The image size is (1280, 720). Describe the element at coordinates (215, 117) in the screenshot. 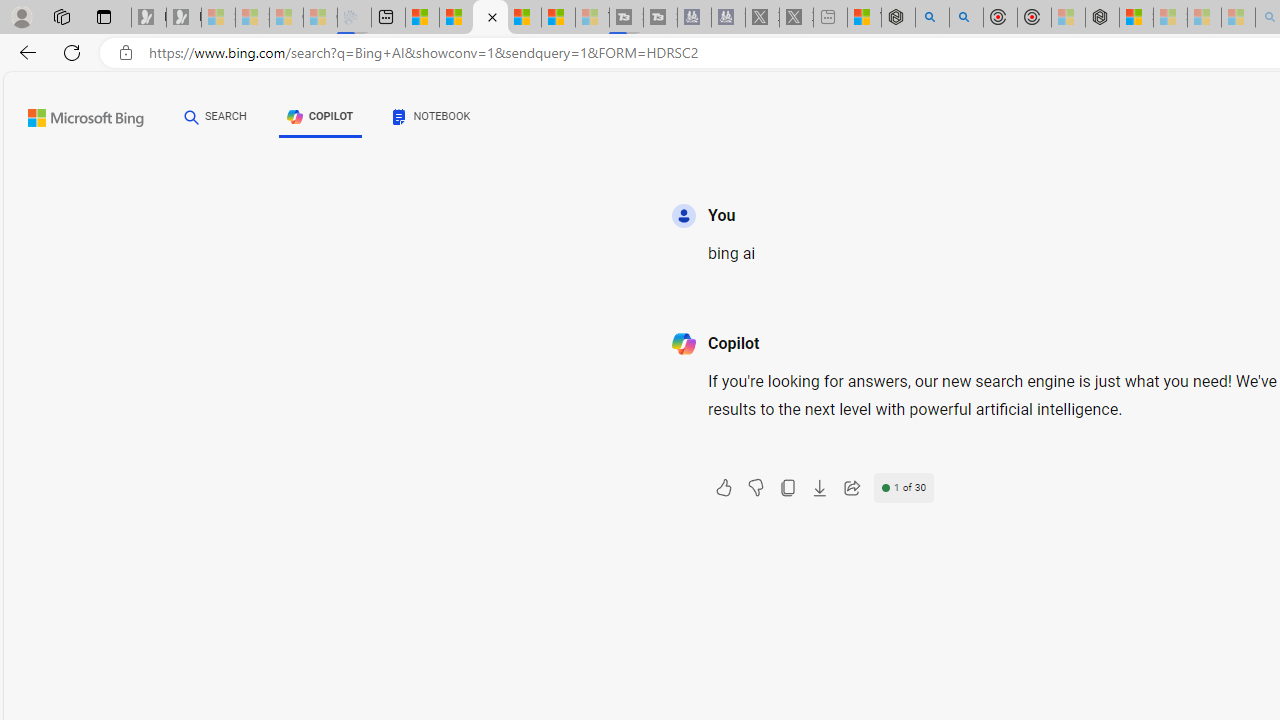

I see `'SEARCH'` at that location.